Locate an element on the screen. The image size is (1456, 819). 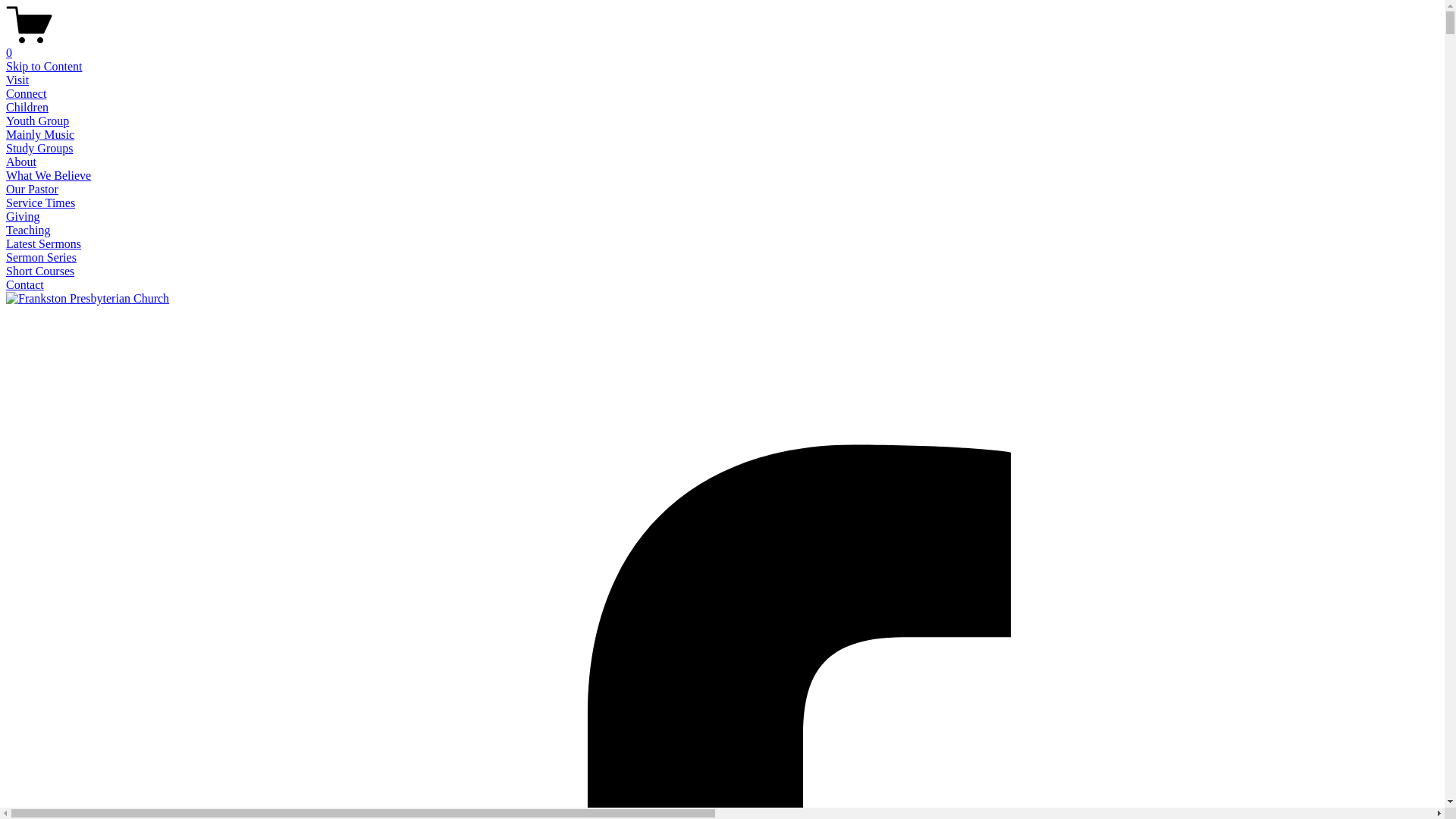
'Study Groups' is located at coordinates (39, 148).